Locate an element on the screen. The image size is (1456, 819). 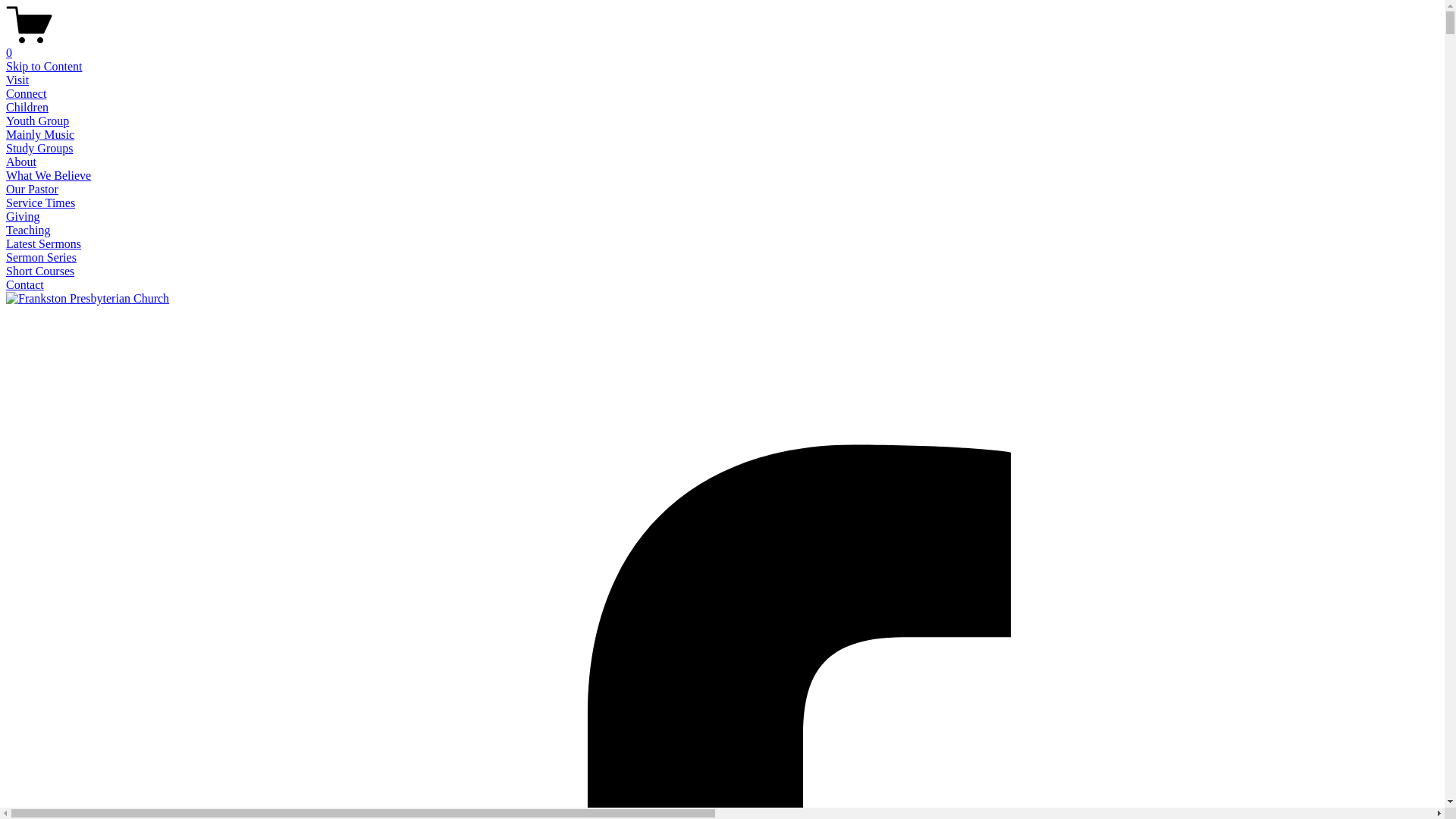
'Study Groups' is located at coordinates (39, 148).